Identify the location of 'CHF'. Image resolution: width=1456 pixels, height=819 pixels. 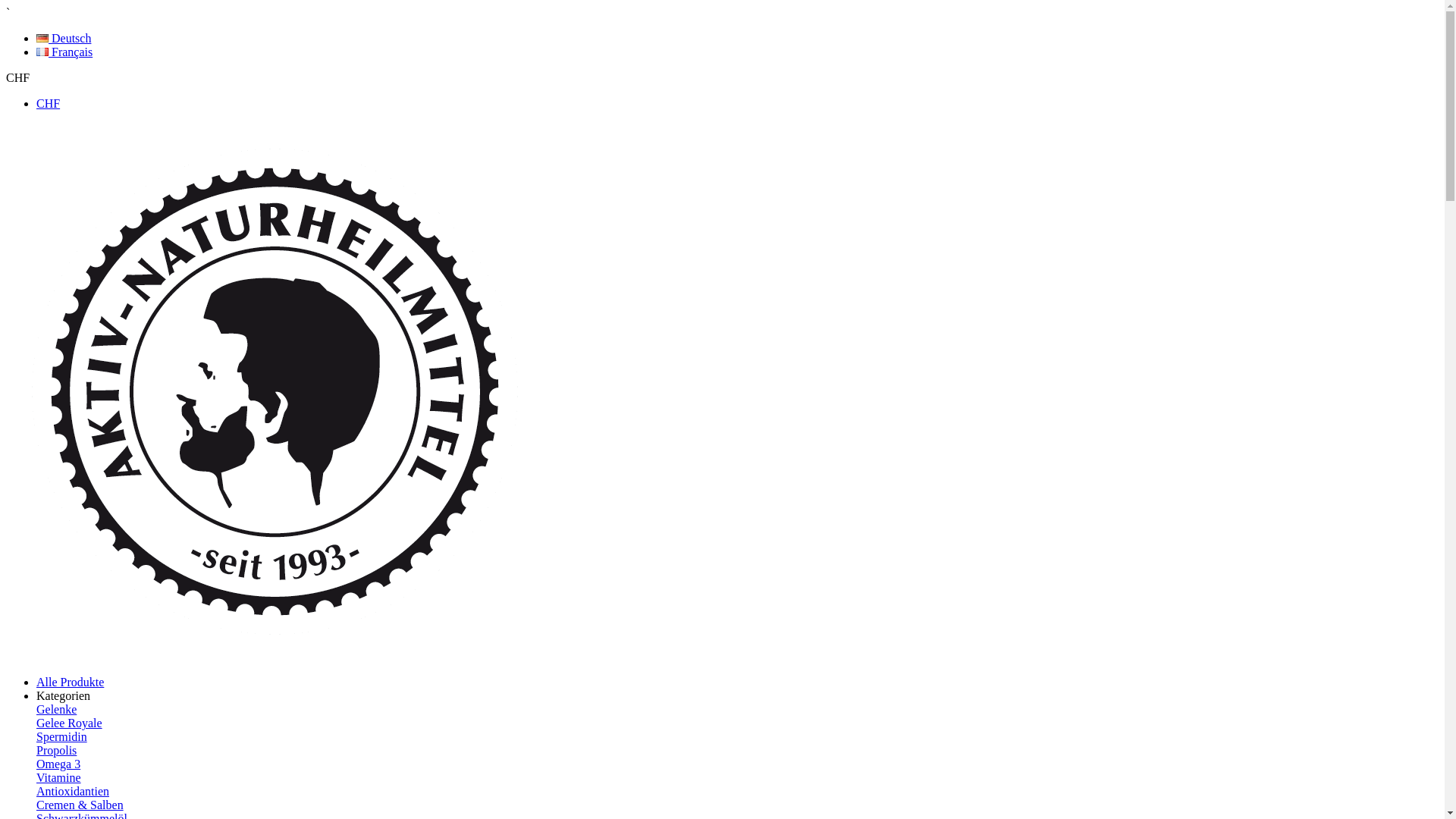
(17, 77).